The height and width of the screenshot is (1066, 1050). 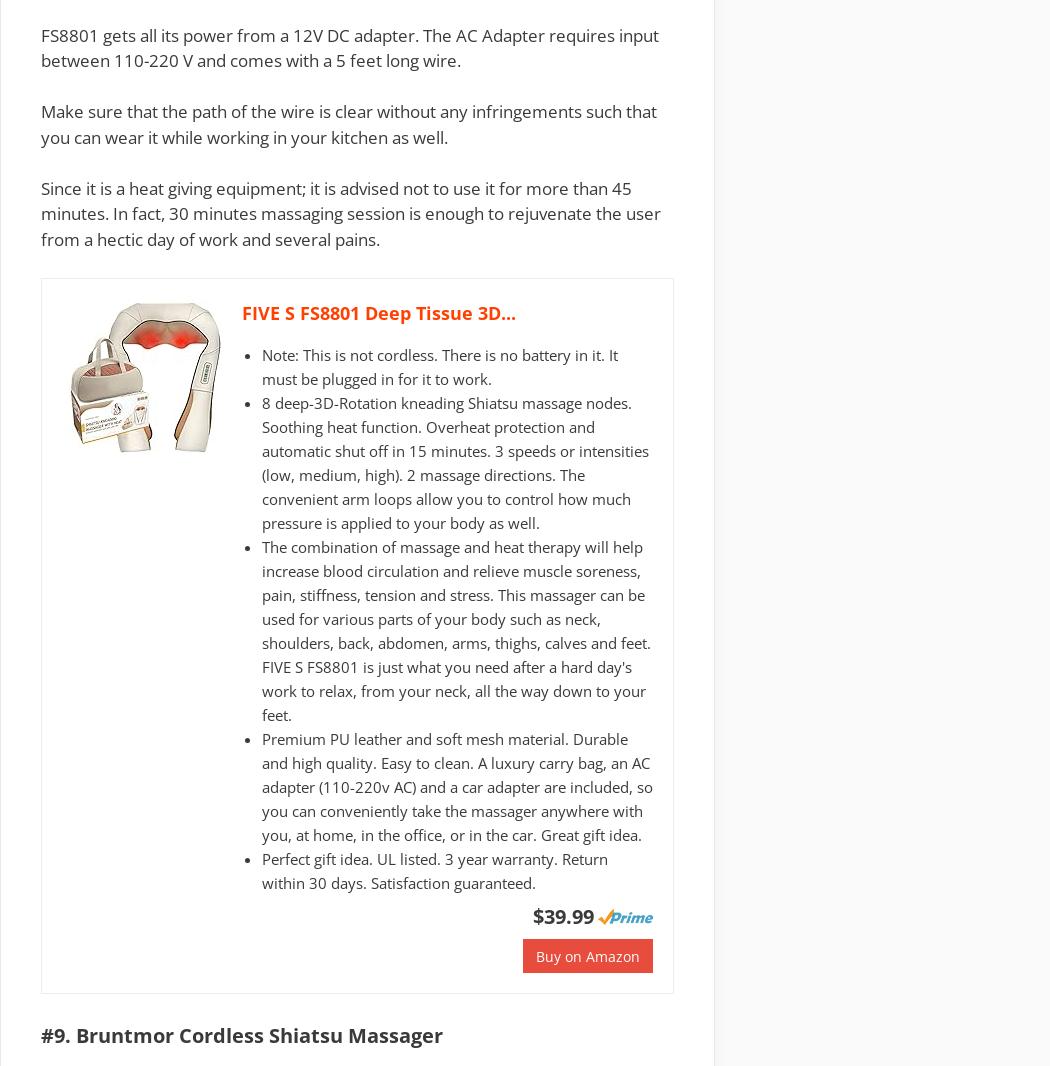 I want to click on 'FIVE S FS8801 Deep Tissue 3D...', so click(x=379, y=312).